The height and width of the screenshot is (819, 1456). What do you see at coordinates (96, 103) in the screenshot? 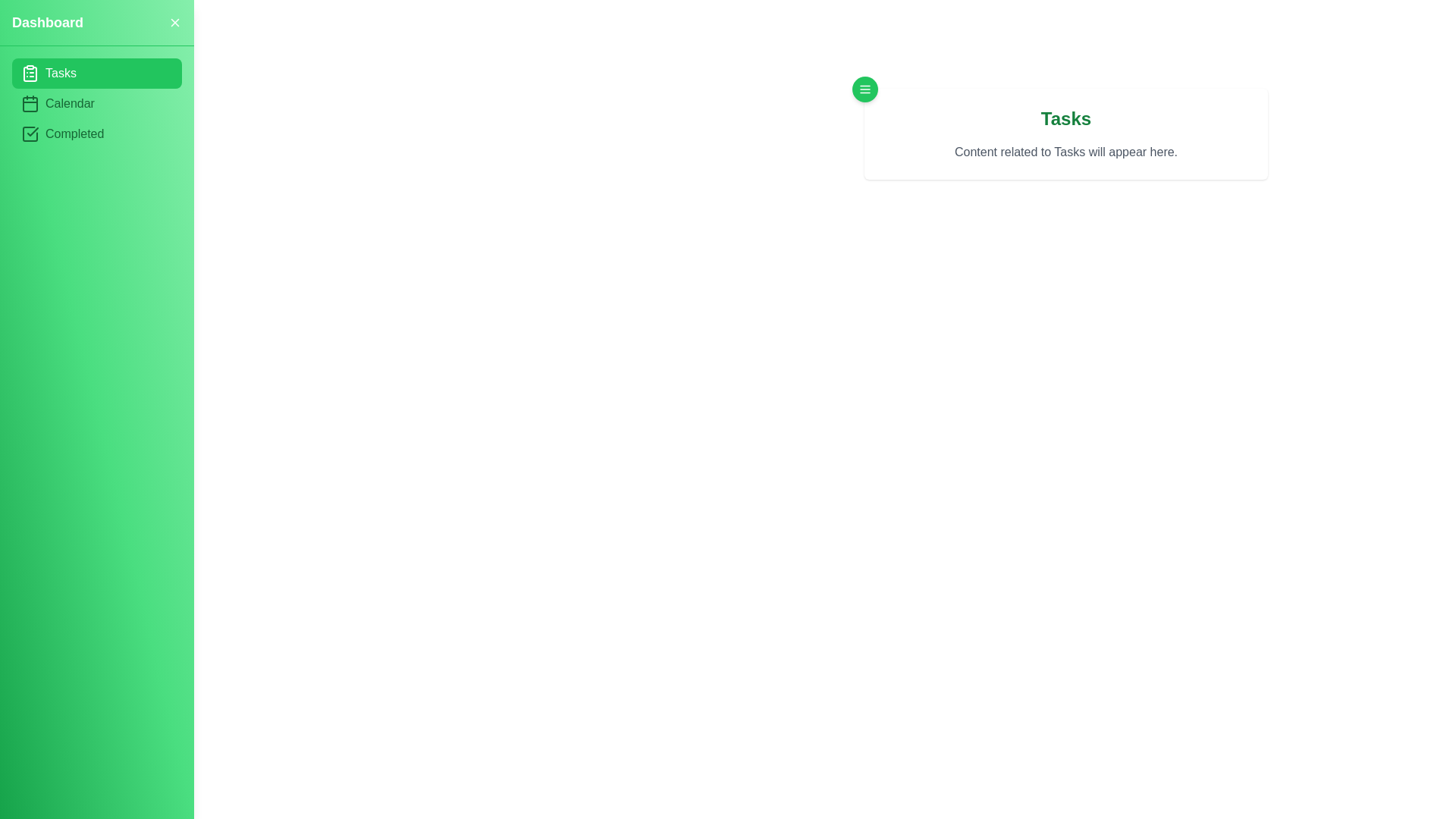
I see `the Calendar section by clicking on its corresponding menu item in the sidebar` at bounding box center [96, 103].